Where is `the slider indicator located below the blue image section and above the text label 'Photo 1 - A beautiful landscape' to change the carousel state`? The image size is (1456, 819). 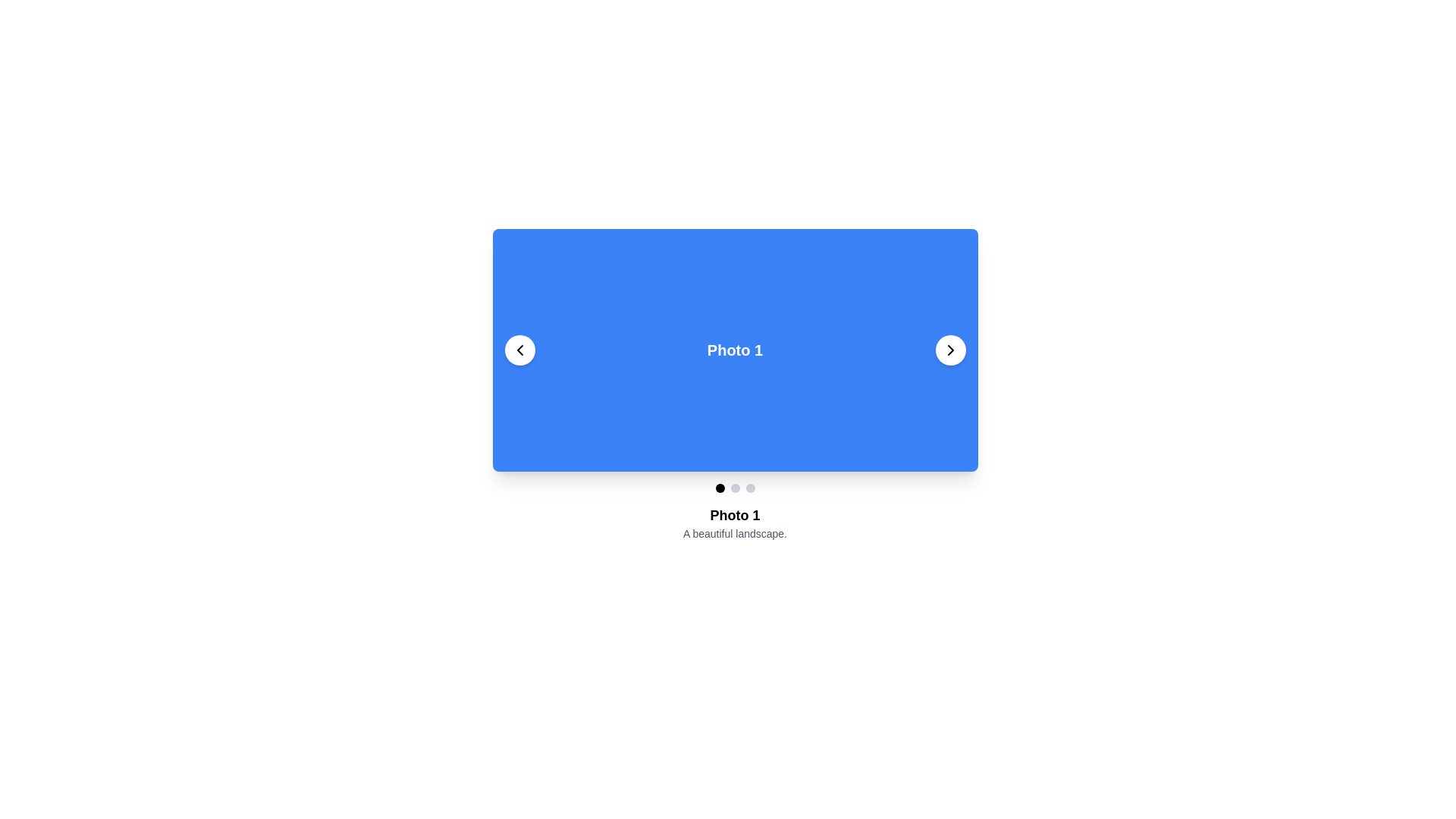
the slider indicator located below the blue image section and above the text label 'Photo 1 - A beautiful landscape' to change the carousel state is located at coordinates (735, 488).